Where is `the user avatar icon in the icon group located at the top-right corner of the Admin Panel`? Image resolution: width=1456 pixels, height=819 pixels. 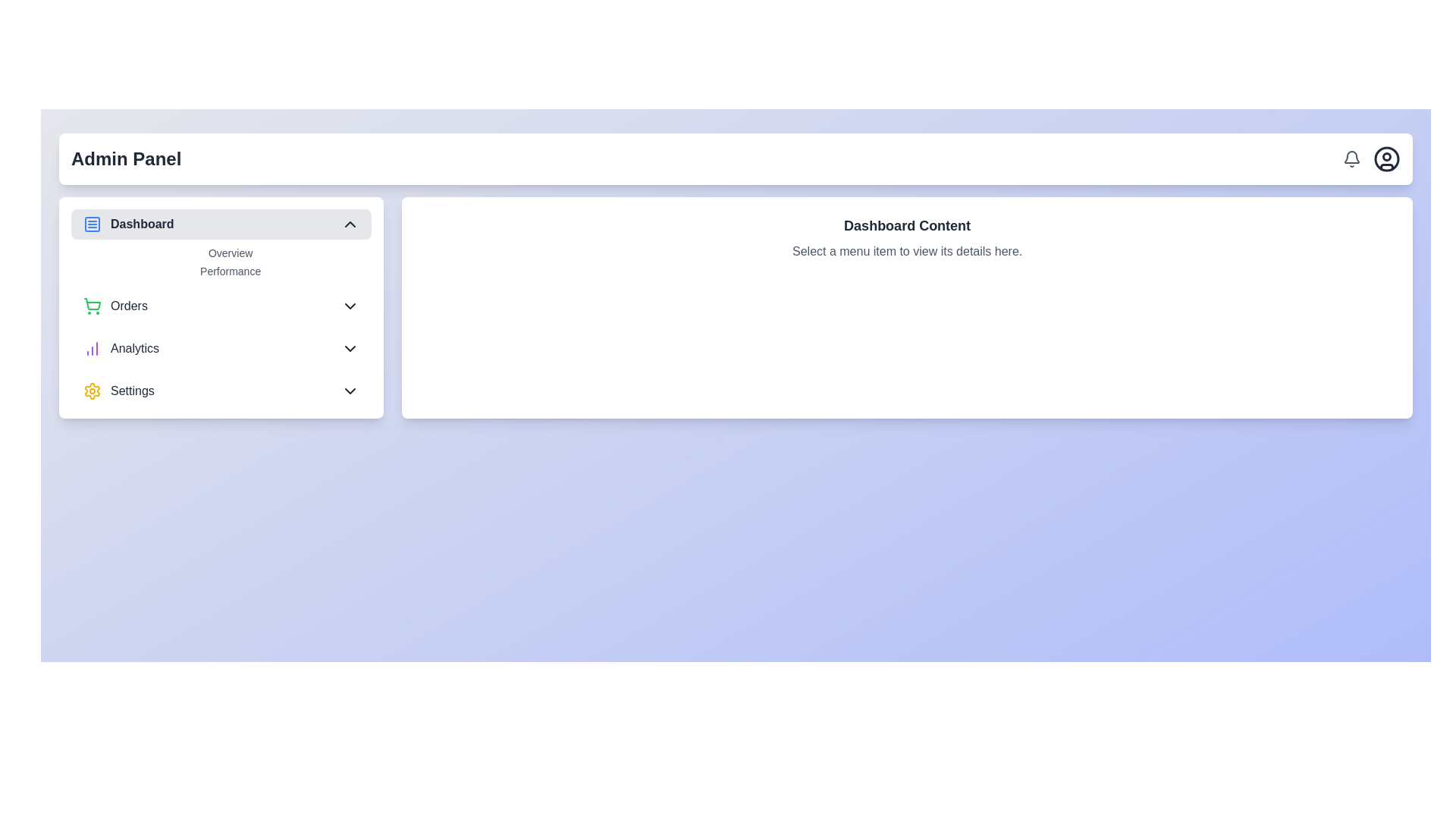
the user avatar icon in the icon group located at the top-right corner of the Admin Panel is located at coordinates (1372, 158).